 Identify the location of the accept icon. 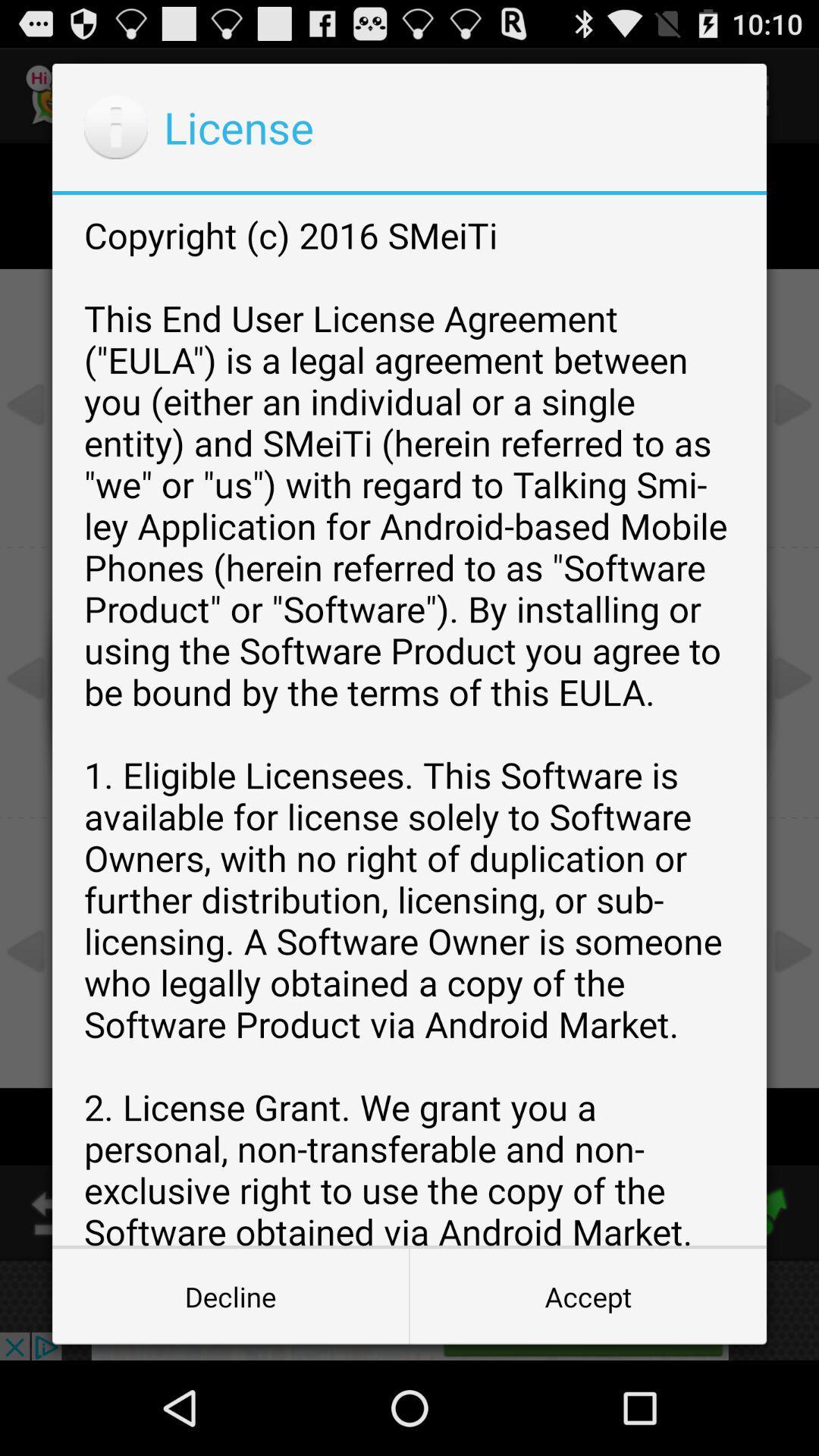
(587, 1295).